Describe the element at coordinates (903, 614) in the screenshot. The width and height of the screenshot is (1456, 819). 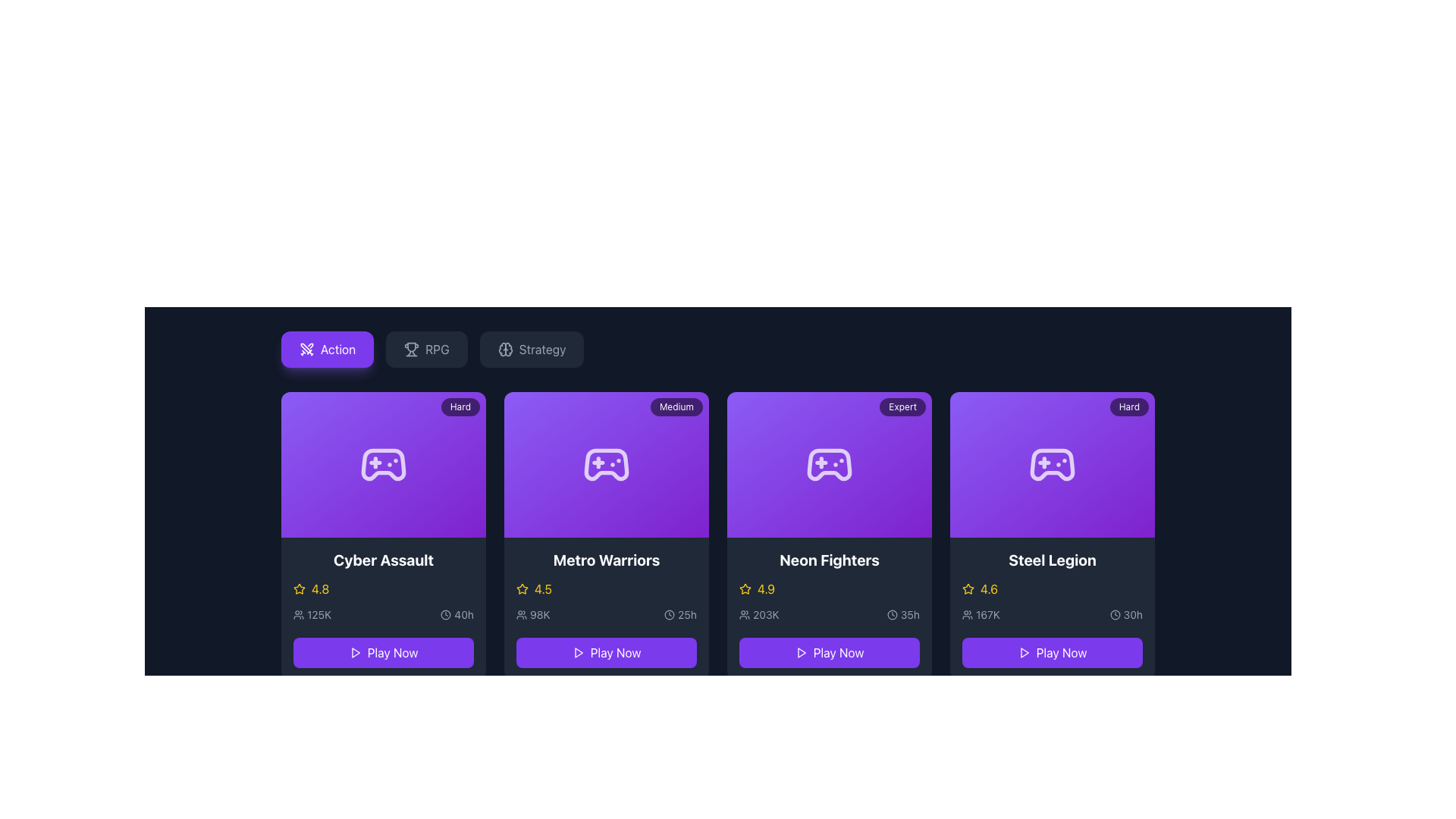
I see `estimated time duration information, '35 hours', displayed in the Label with an icon located in the lower right section of the 'Neon Fighters' card` at that location.